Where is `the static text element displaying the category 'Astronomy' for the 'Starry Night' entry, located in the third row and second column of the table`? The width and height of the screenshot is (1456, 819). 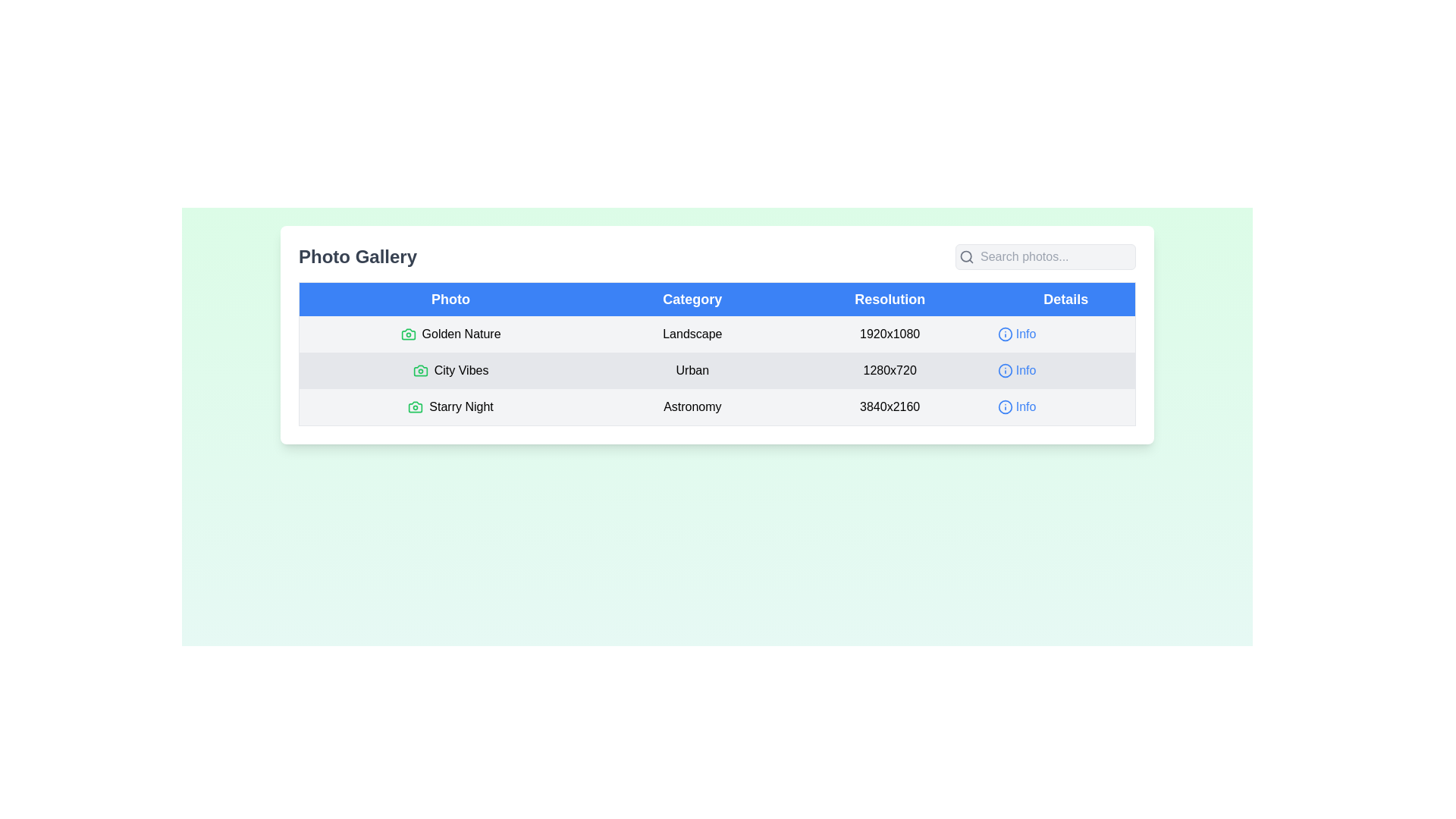 the static text element displaying the category 'Astronomy' for the 'Starry Night' entry, located in the third row and second column of the table is located at coordinates (716, 406).